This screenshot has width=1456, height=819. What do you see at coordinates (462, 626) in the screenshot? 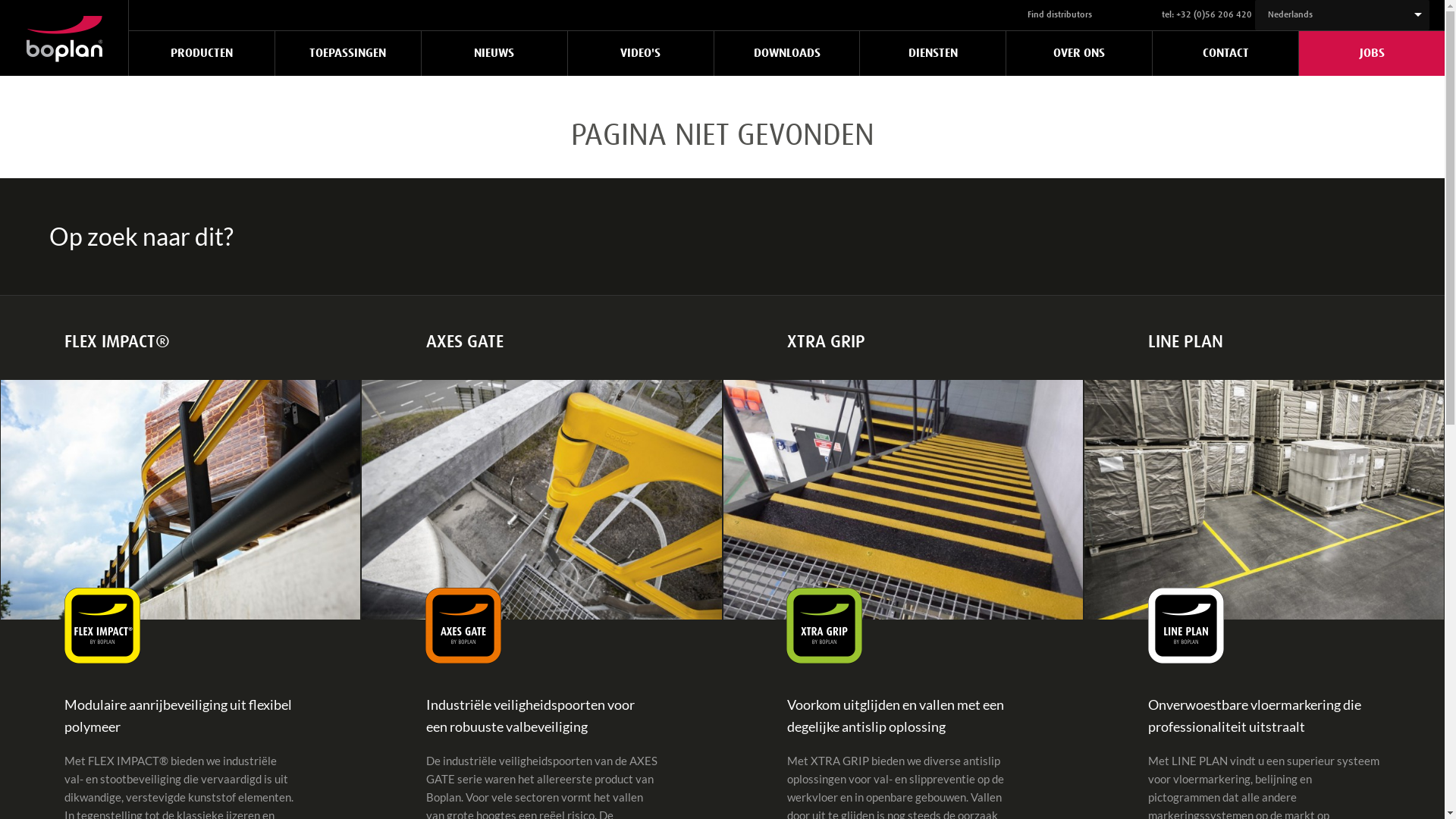
I see `'Axes Gate logo by Boplan'` at bounding box center [462, 626].